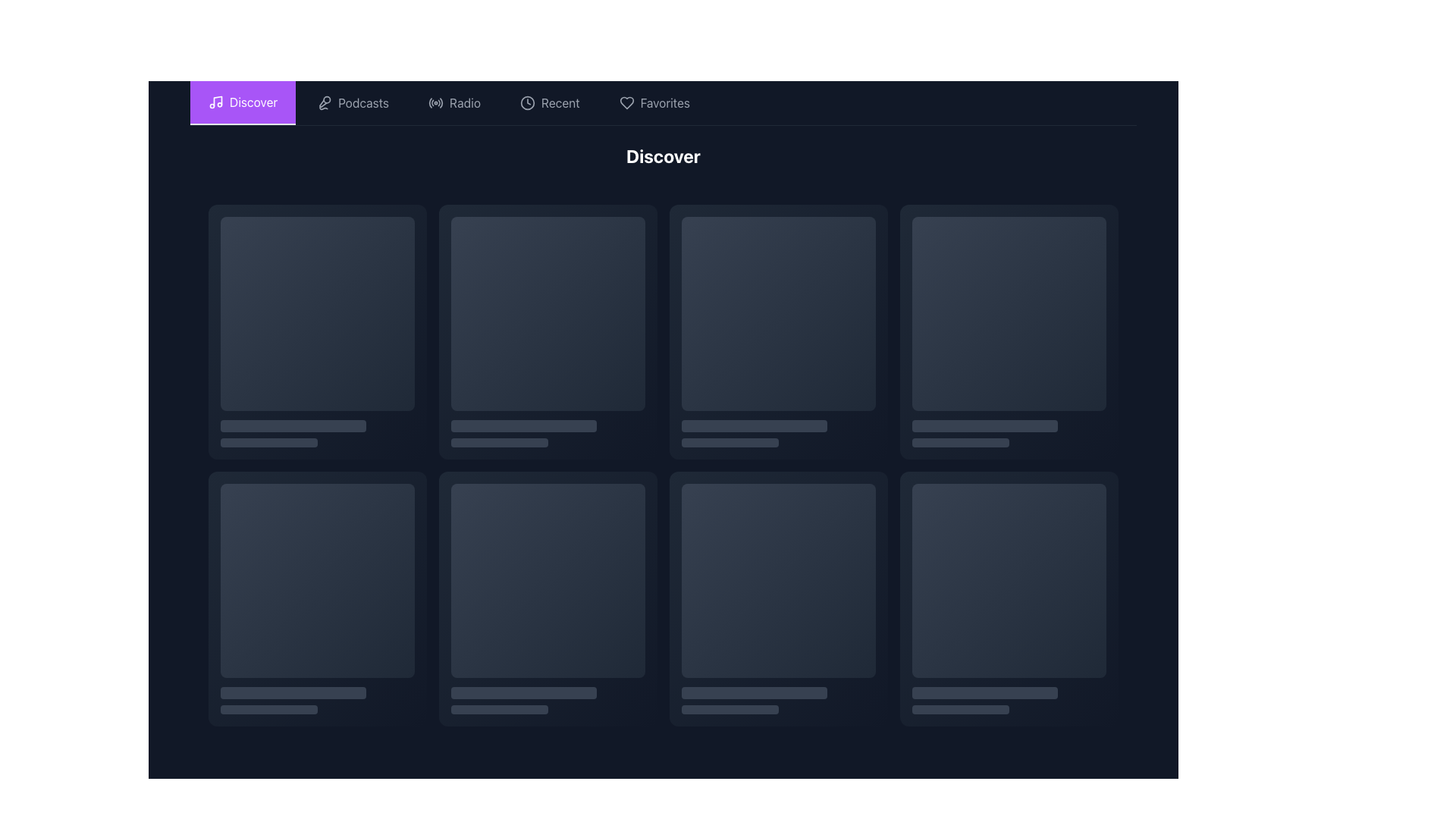 The height and width of the screenshot is (819, 1456). Describe the element at coordinates (453, 102) in the screenshot. I see `the Navigation tab, which is the third tab in the horizontal navigation bar` at that location.